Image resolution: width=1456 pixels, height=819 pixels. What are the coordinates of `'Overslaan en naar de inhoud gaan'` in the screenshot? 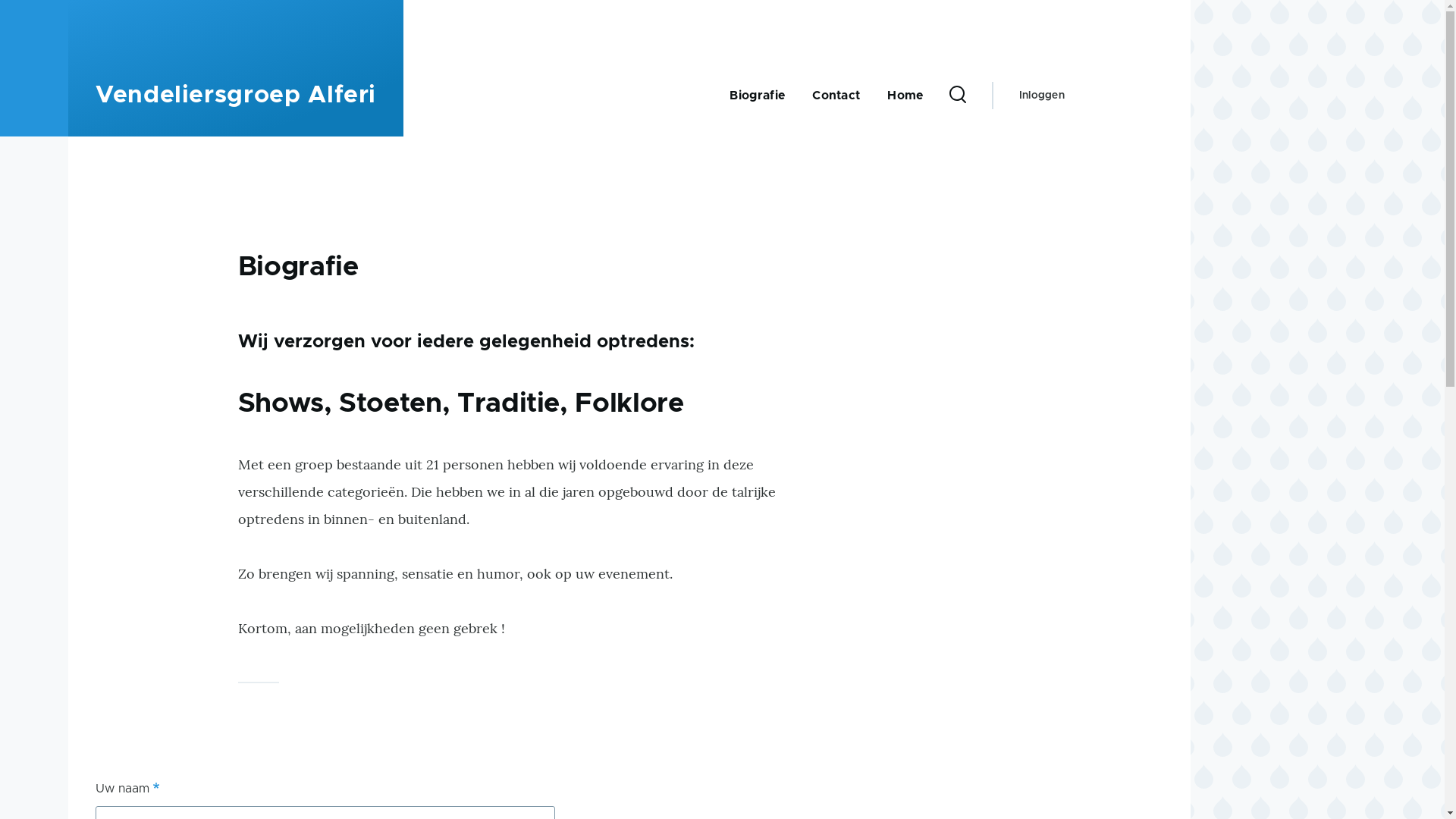 It's located at (595, 6).